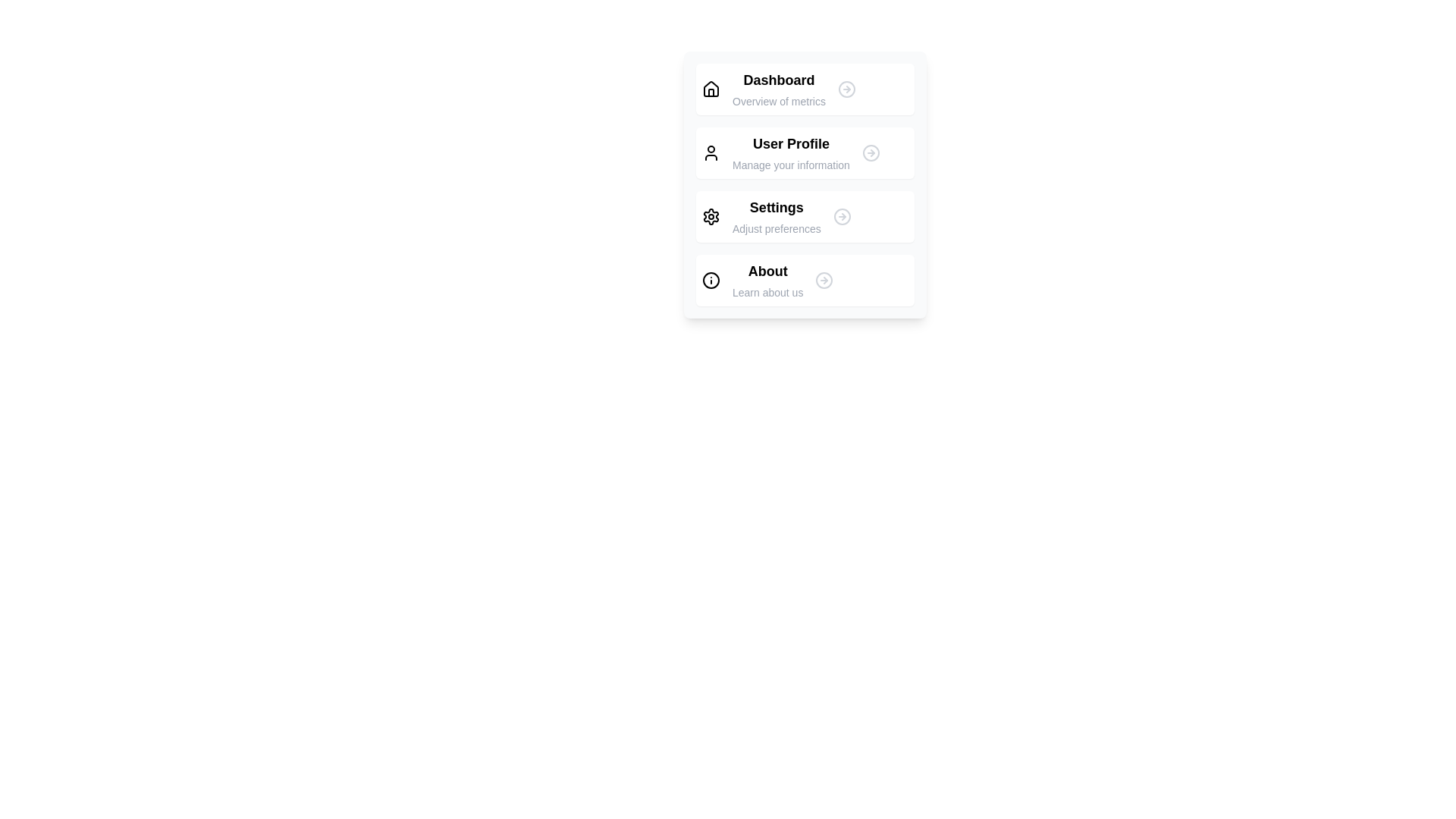  Describe the element at coordinates (710, 93) in the screenshot. I see `the decorative component of the house icon that enhances the dashboard representation, located to the left of the 'Dashboard' text` at that location.